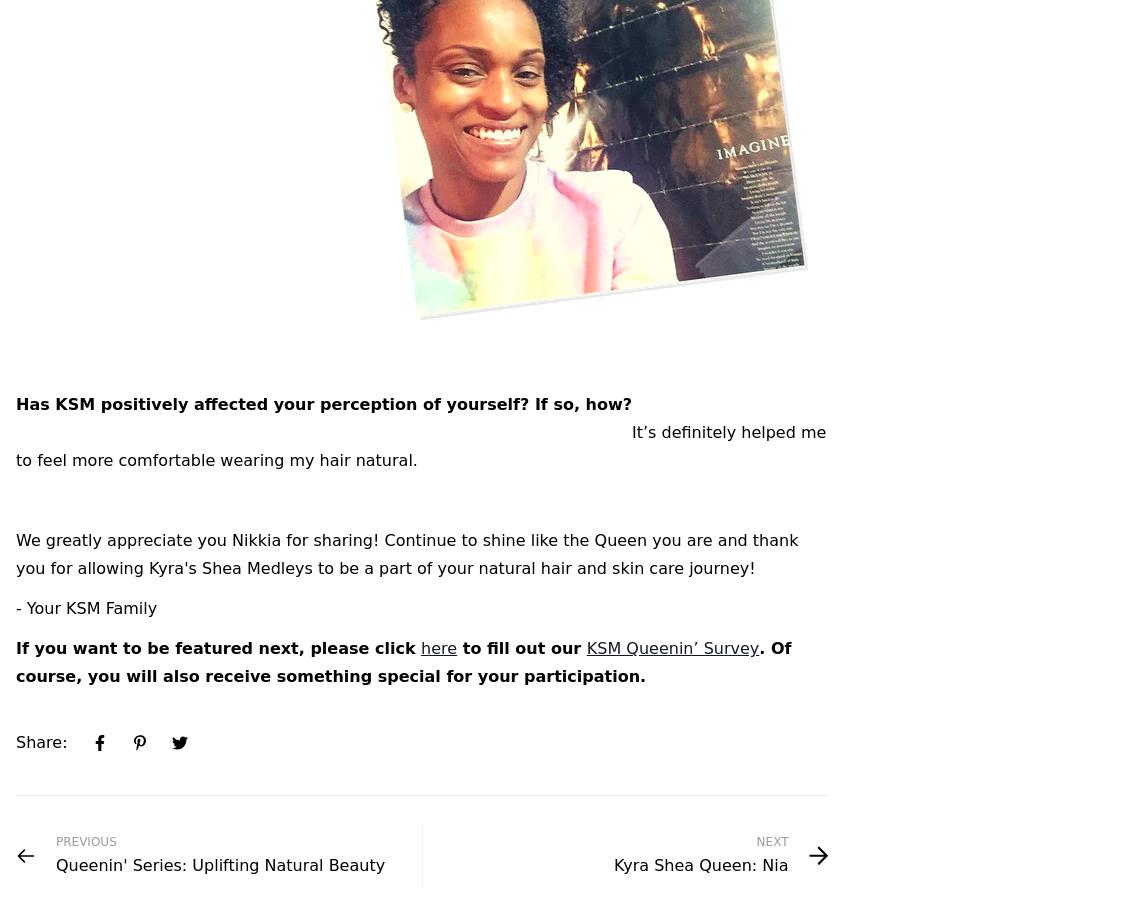 The image size is (1126, 915). Describe the element at coordinates (406, 554) in the screenshot. I see `'We greatly appreciate you Nikkia for sharing! Continue to shine like the Queen you are and thank you for allowing Kyra's Shea Medleys to be a part of your natural hair and skin care journey!'` at that location.